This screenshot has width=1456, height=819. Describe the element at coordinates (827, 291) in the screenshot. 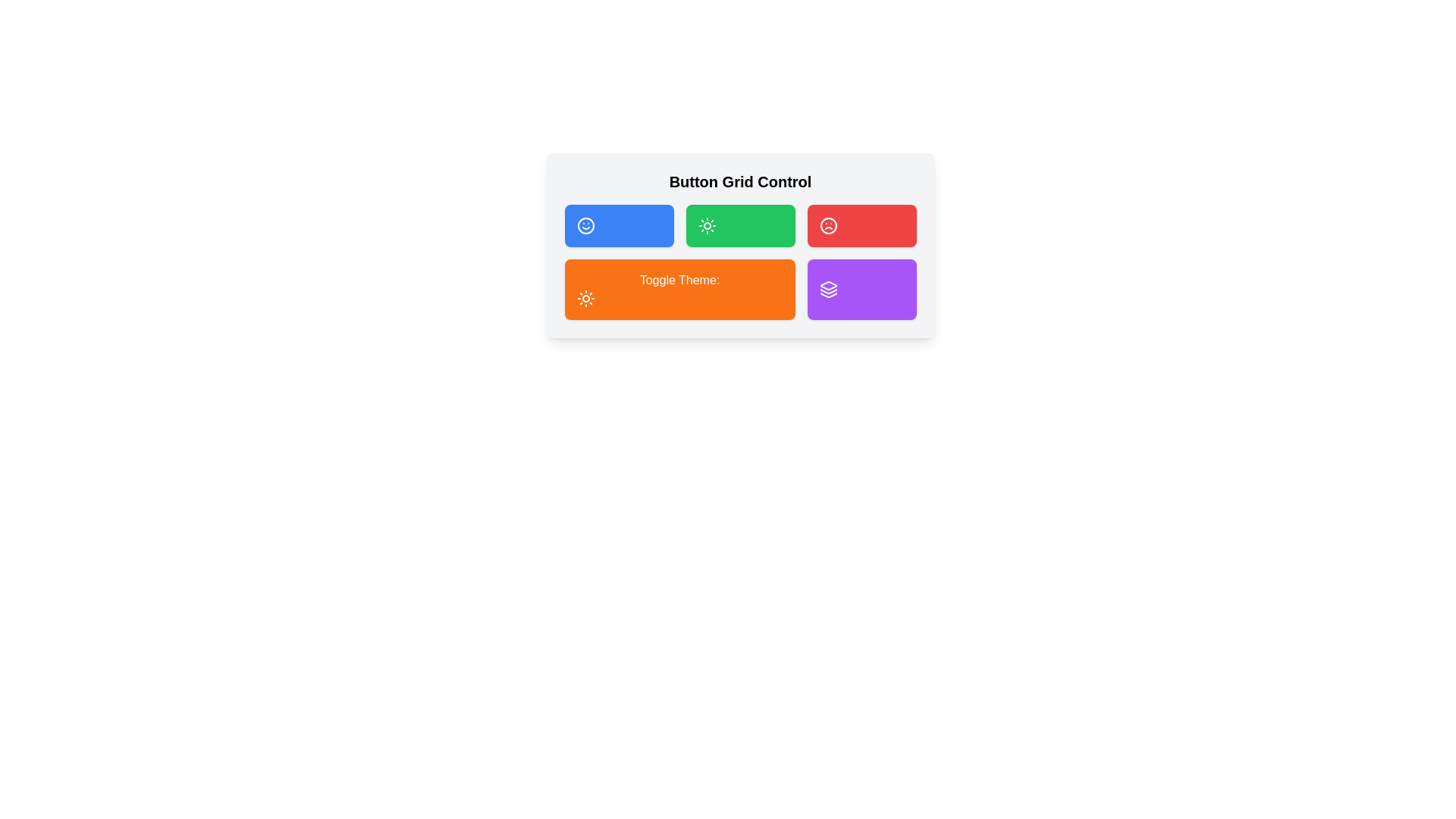

I see `the purple-colored square button containing a layered stripe pattern icon located at the bottom-right of the grid` at that location.